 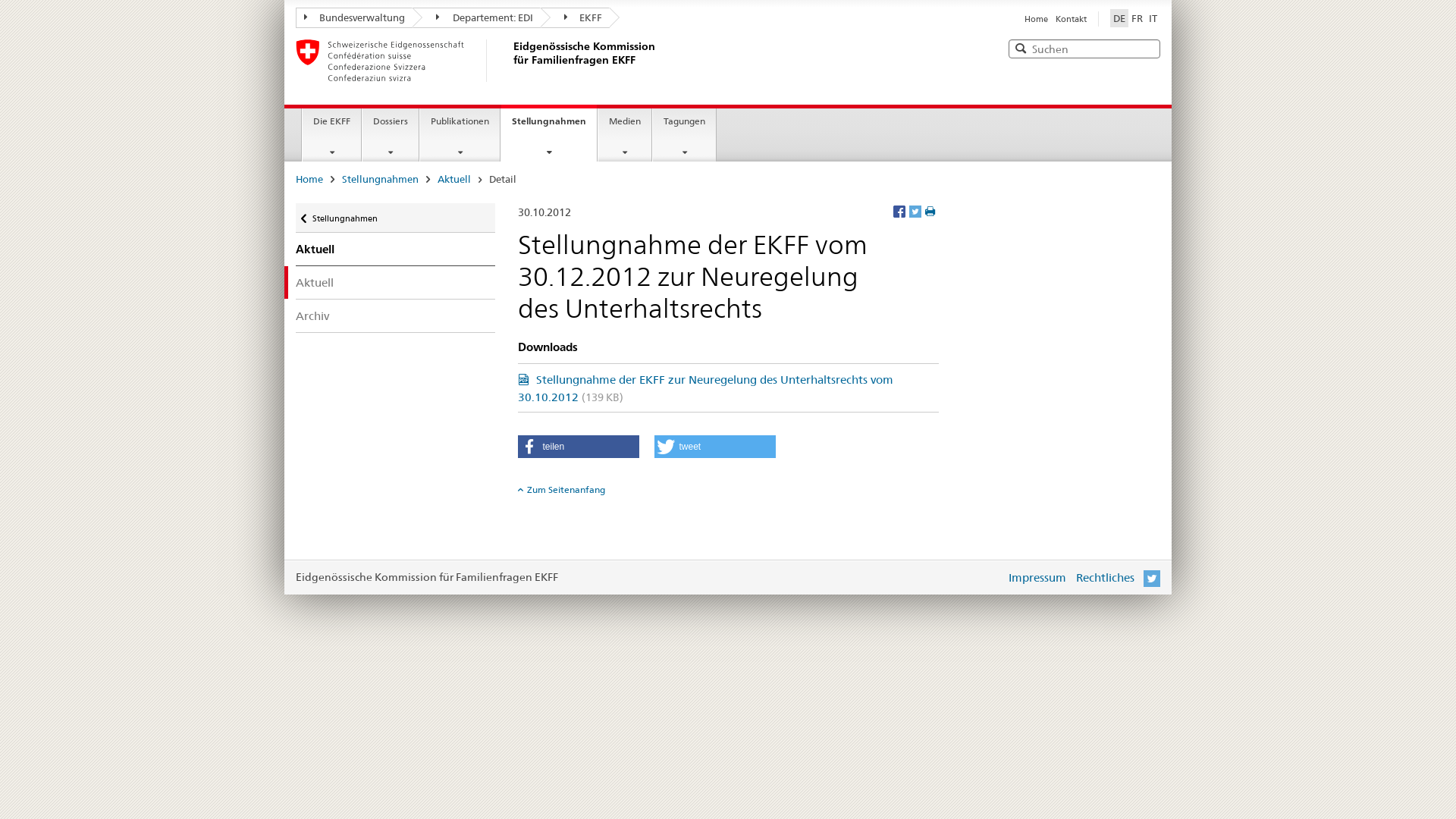 What do you see at coordinates (577, 446) in the screenshot?
I see `'teilen'` at bounding box center [577, 446].